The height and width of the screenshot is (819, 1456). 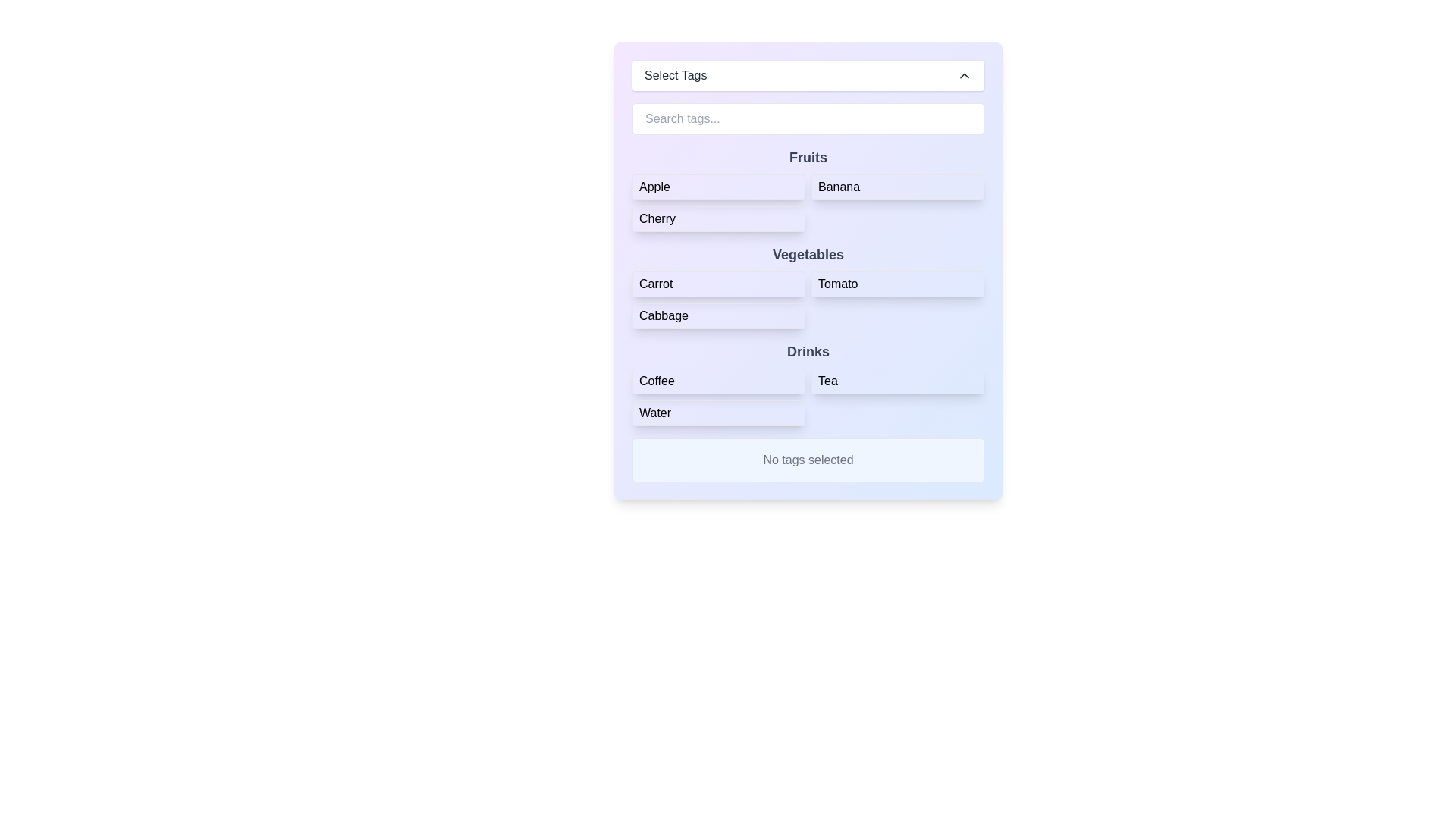 I want to click on the 'Apple' button located in the top-left corner of the 'Fruits' section, so click(x=718, y=186).